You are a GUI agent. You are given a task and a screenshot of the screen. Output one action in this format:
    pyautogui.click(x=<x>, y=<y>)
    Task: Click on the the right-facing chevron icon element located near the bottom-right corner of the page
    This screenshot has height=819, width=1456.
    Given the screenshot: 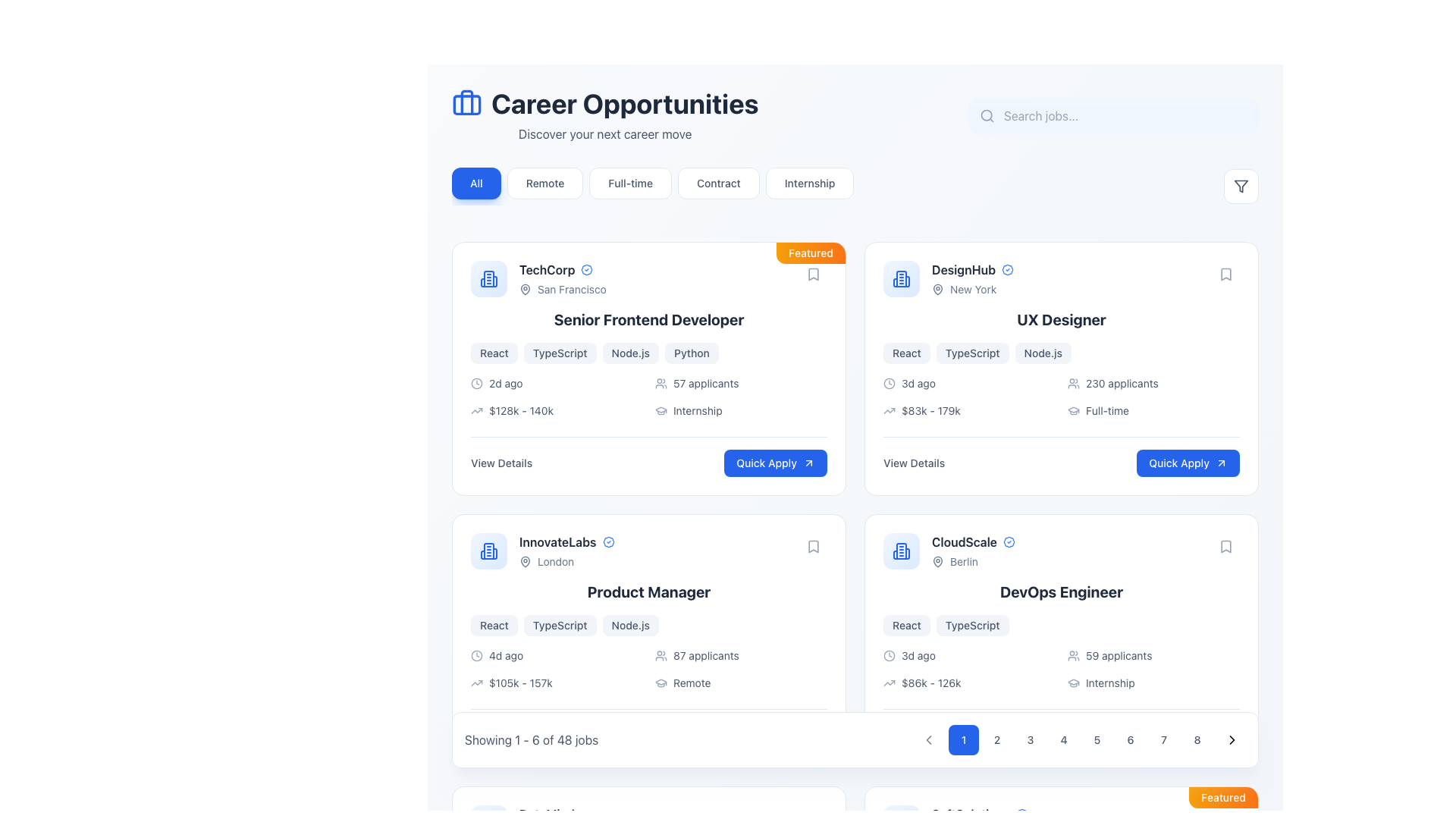 What is the action you would take?
    pyautogui.click(x=1232, y=739)
    